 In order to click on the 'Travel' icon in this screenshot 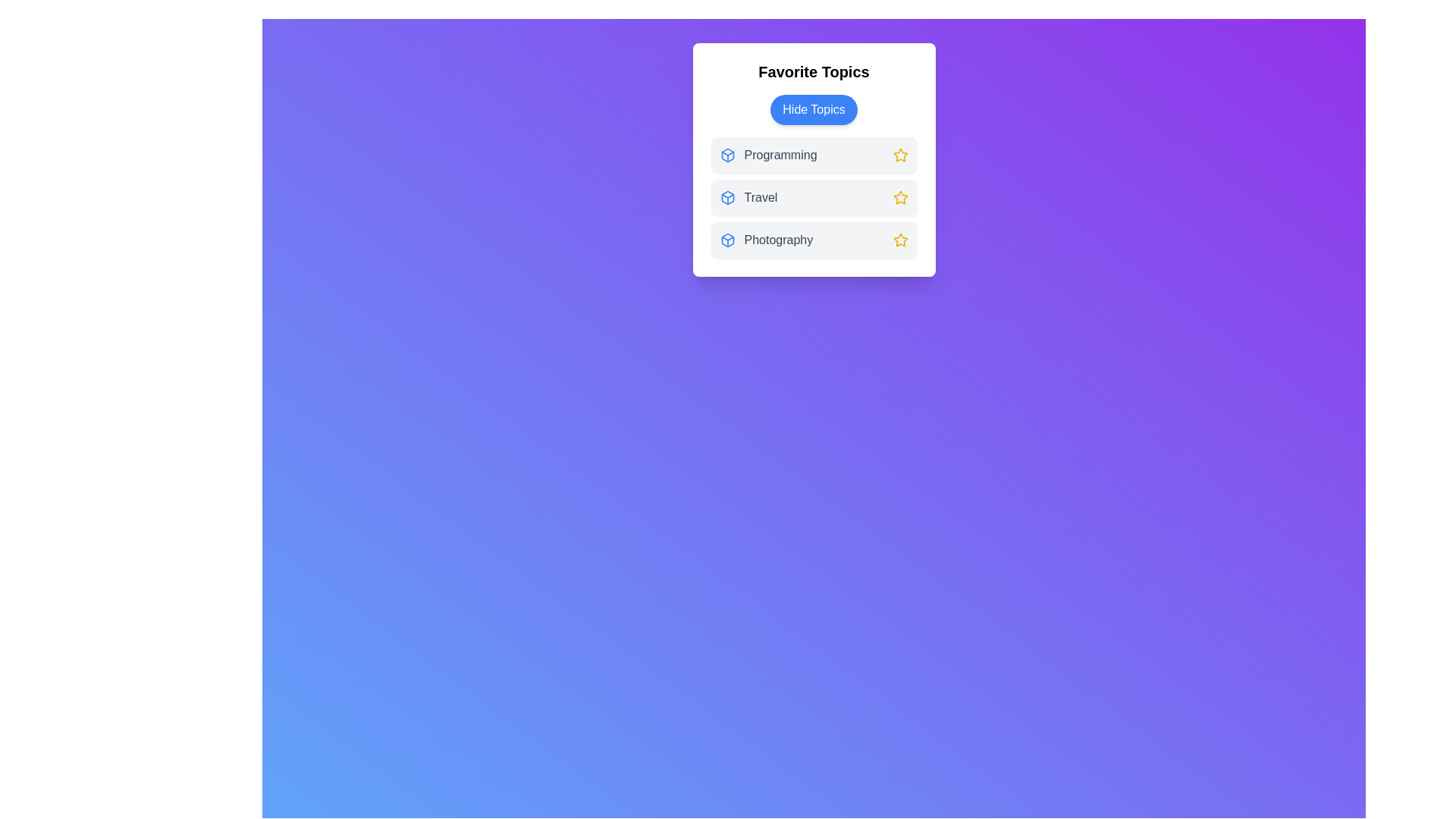, I will do `click(726, 197)`.